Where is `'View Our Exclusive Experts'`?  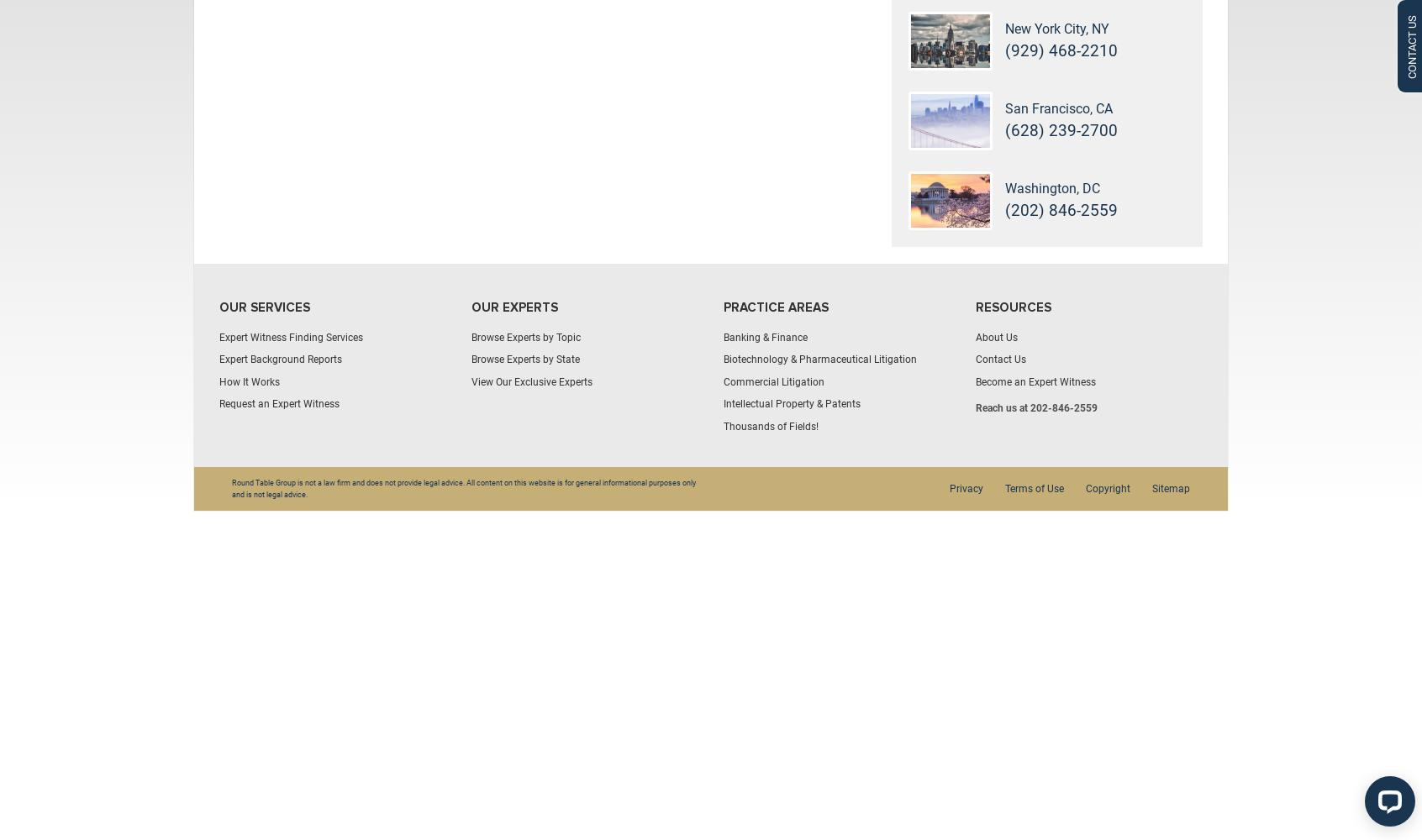 'View Our Exclusive Experts' is located at coordinates (530, 381).